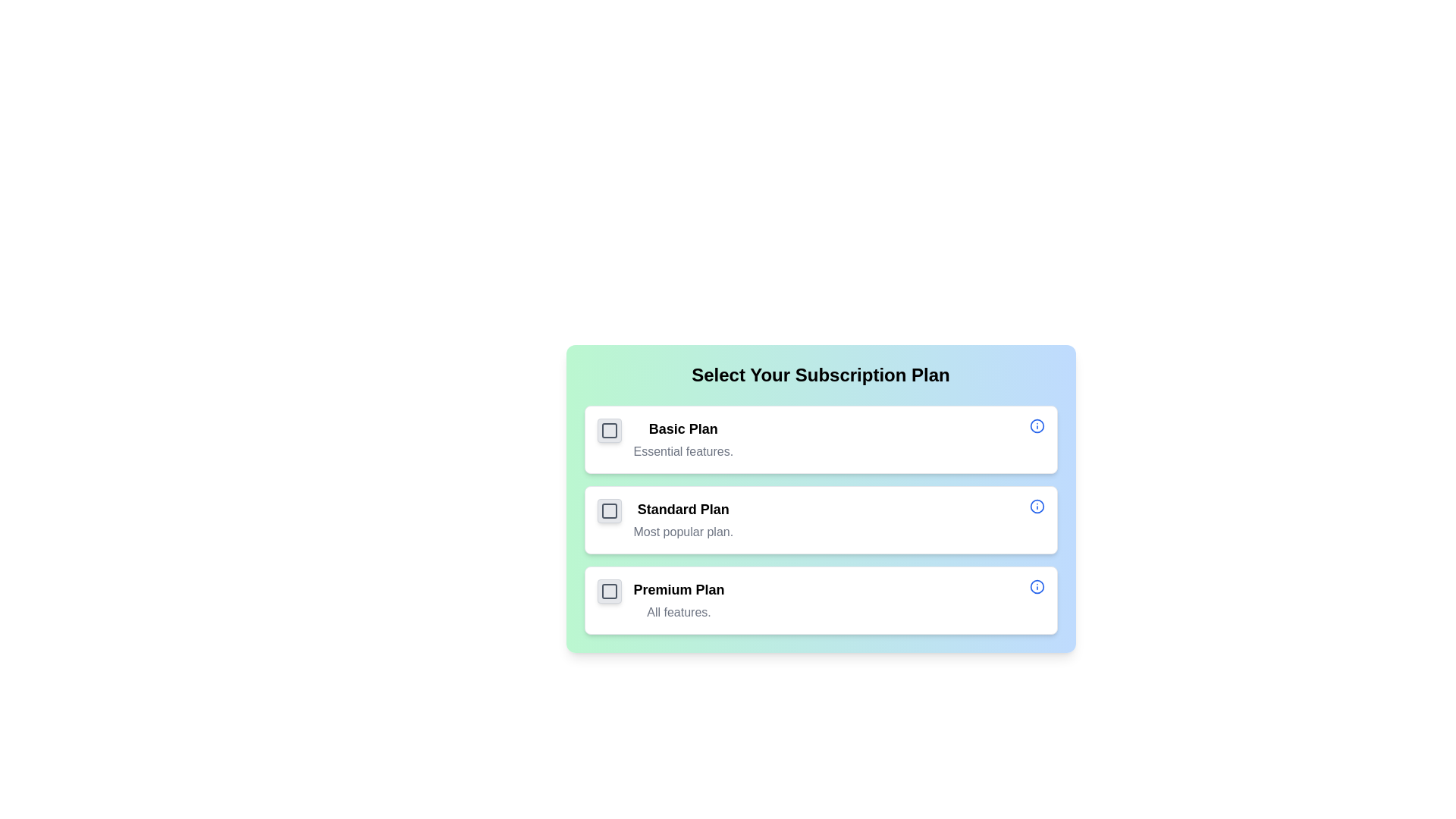 This screenshot has width=1456, height=819. I want to click on the first square-shaped checkbox icon, located at the top section of the selectable options interface, so click(609, 430).